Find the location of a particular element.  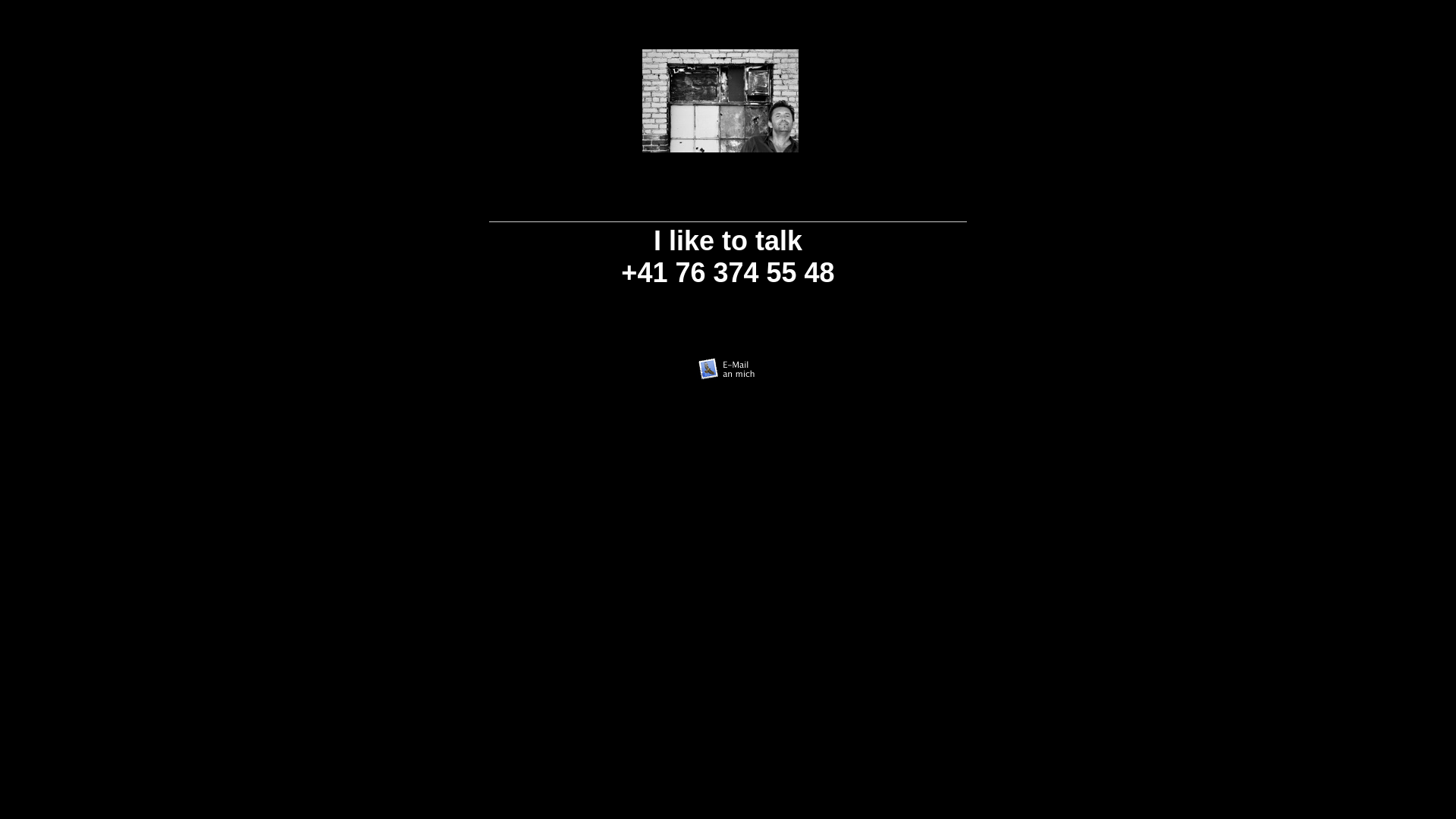

'Leer' is located at coordinates (733, 113).